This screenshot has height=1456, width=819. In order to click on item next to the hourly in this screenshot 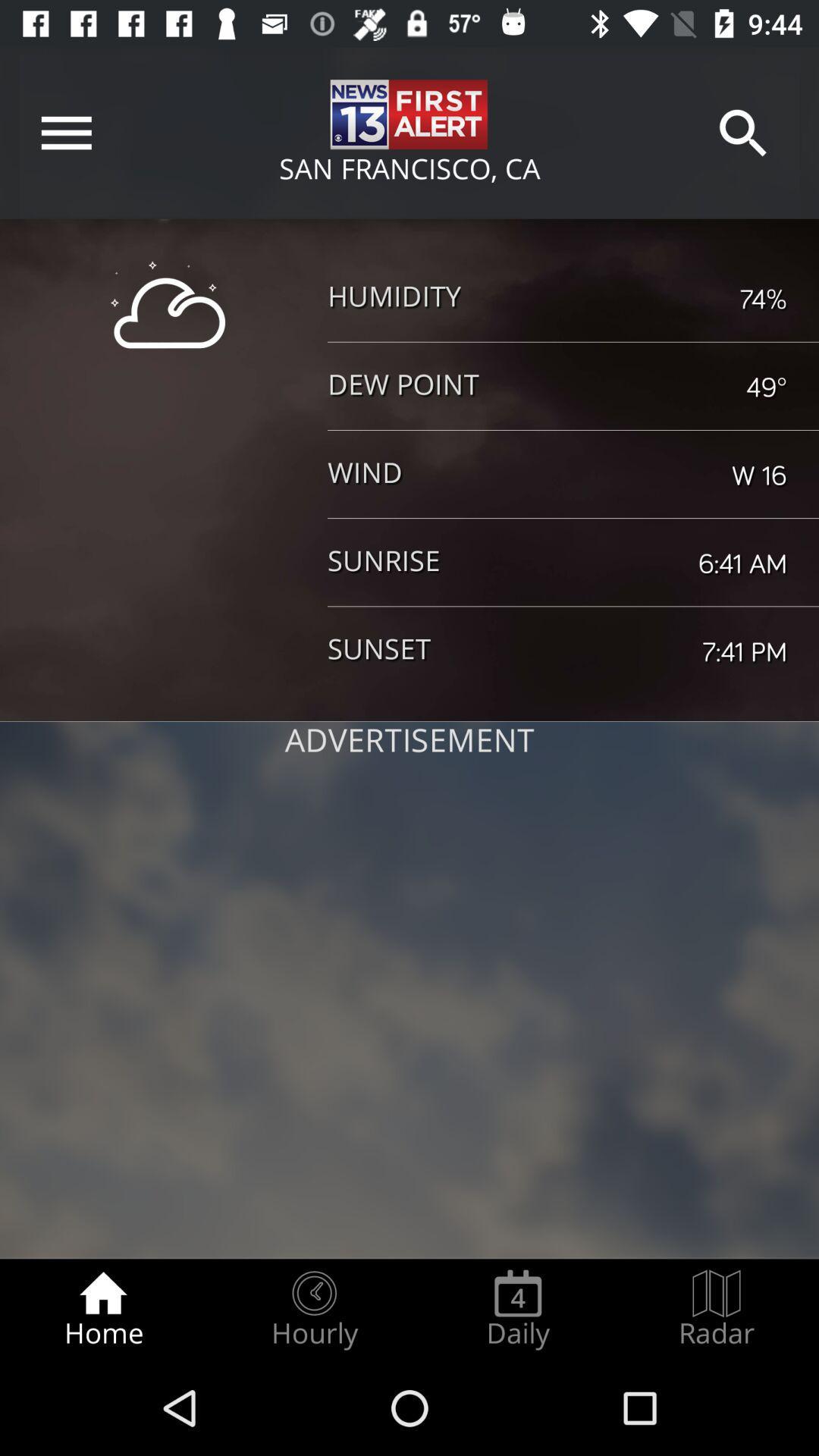, I will do `click(102, 1309)`.